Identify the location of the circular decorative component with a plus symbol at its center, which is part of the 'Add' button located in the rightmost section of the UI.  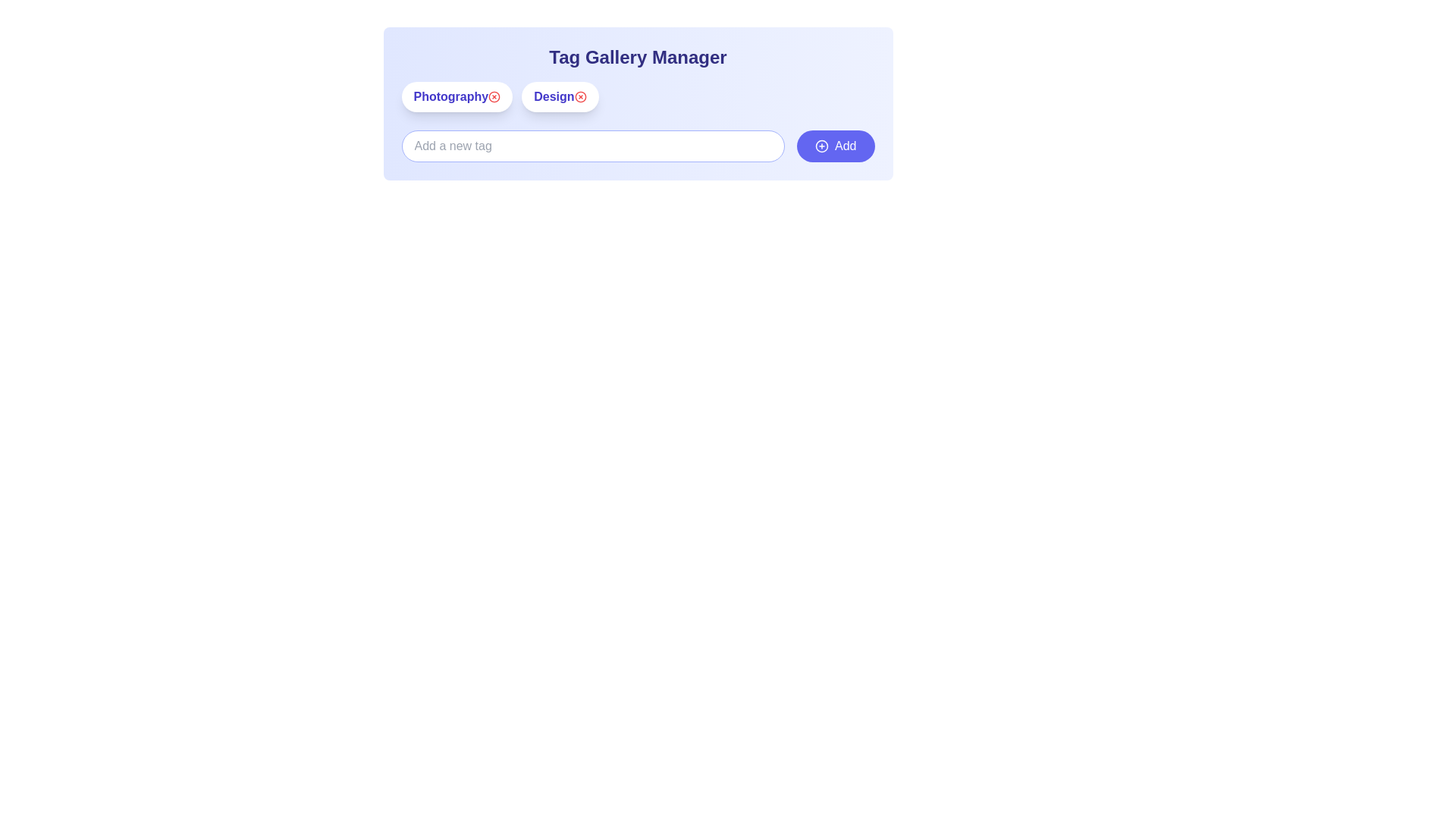
(821, 146).